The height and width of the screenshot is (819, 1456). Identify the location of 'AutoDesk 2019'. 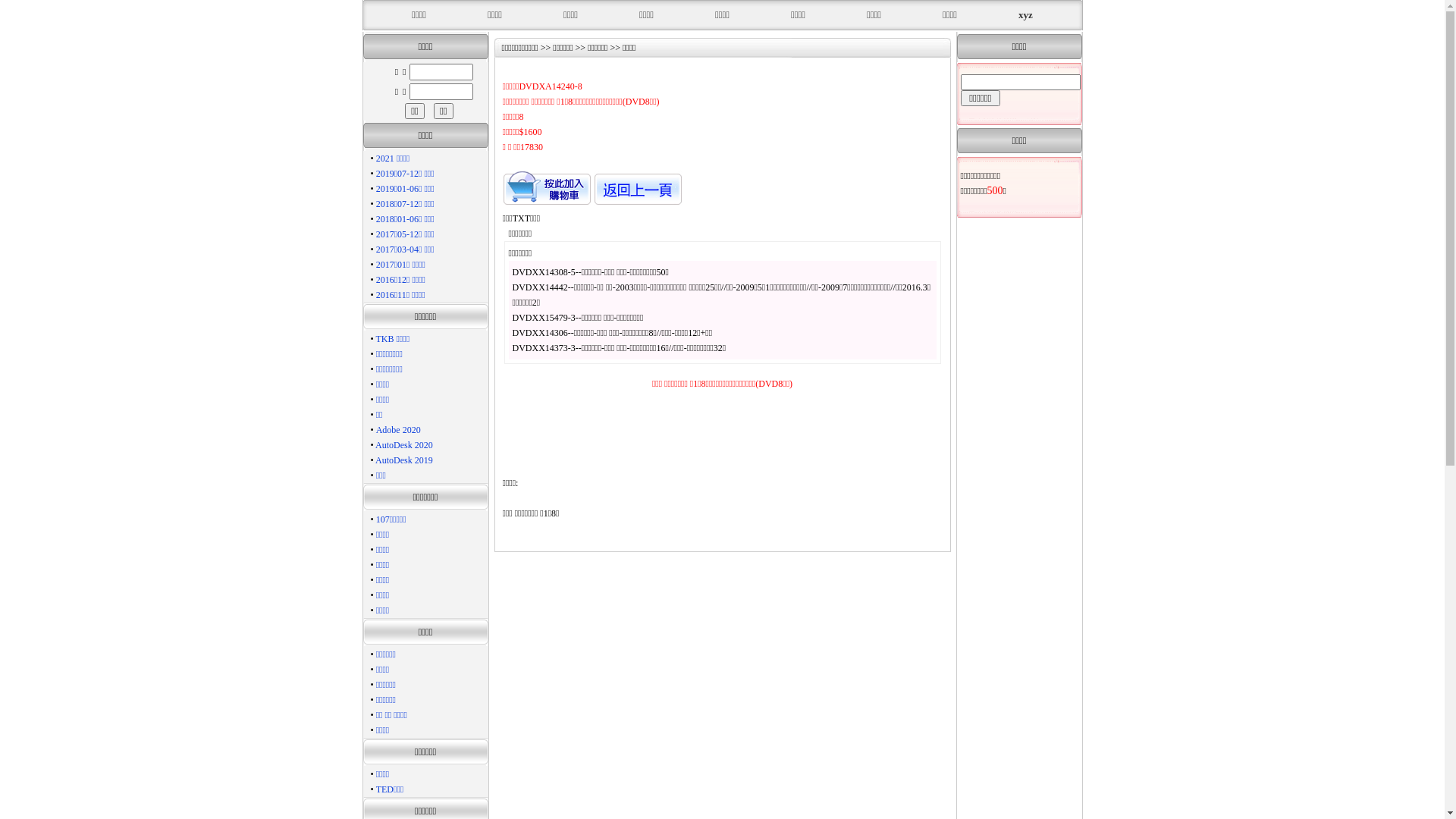
(403, 459).